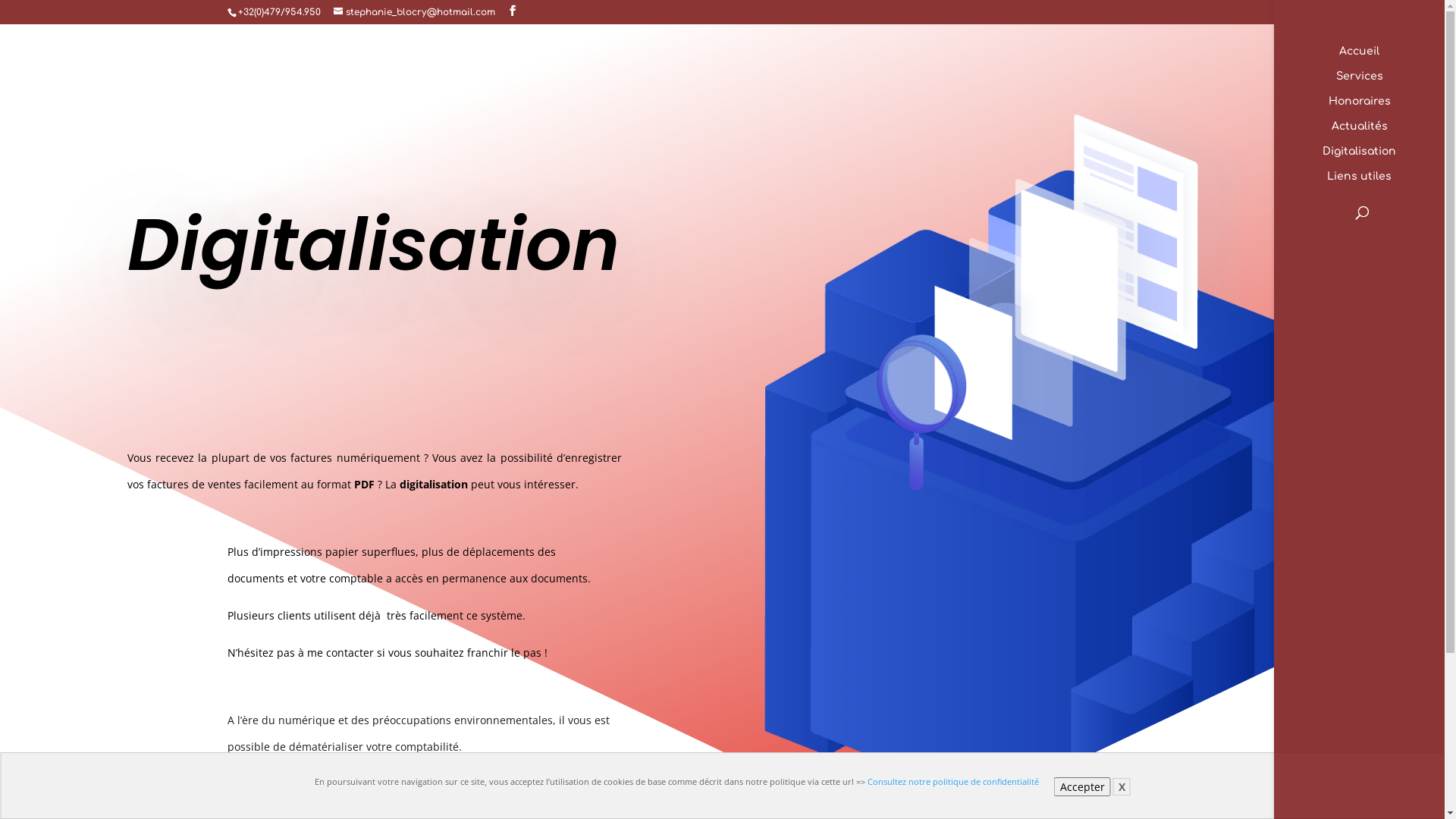 The image size is (1456, 819). I want to click on 'Accepter', so click(1081, 786).